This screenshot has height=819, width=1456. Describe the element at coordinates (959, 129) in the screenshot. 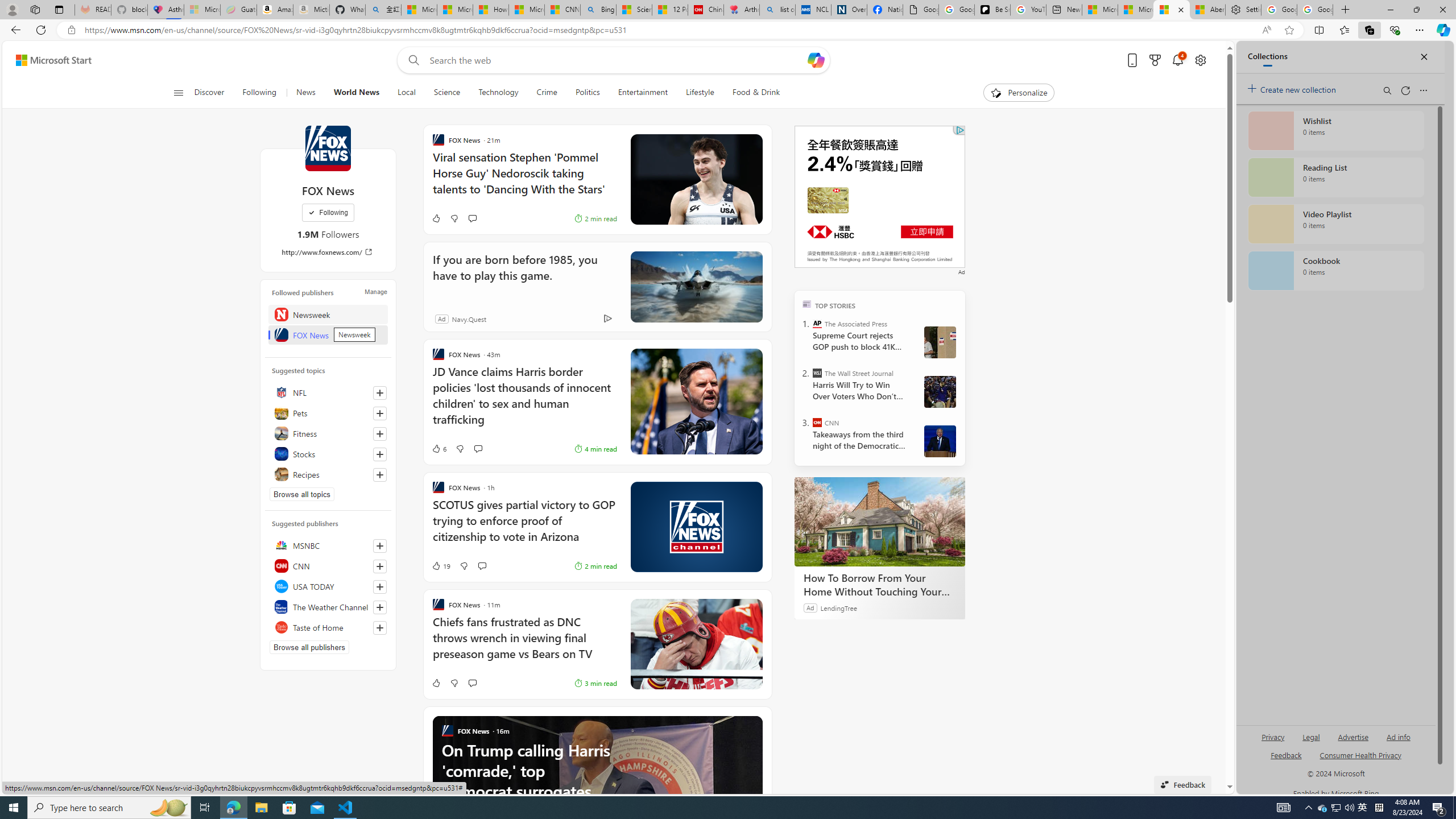

I see `'Class: qc-adchoices-link top-right '` at that location.